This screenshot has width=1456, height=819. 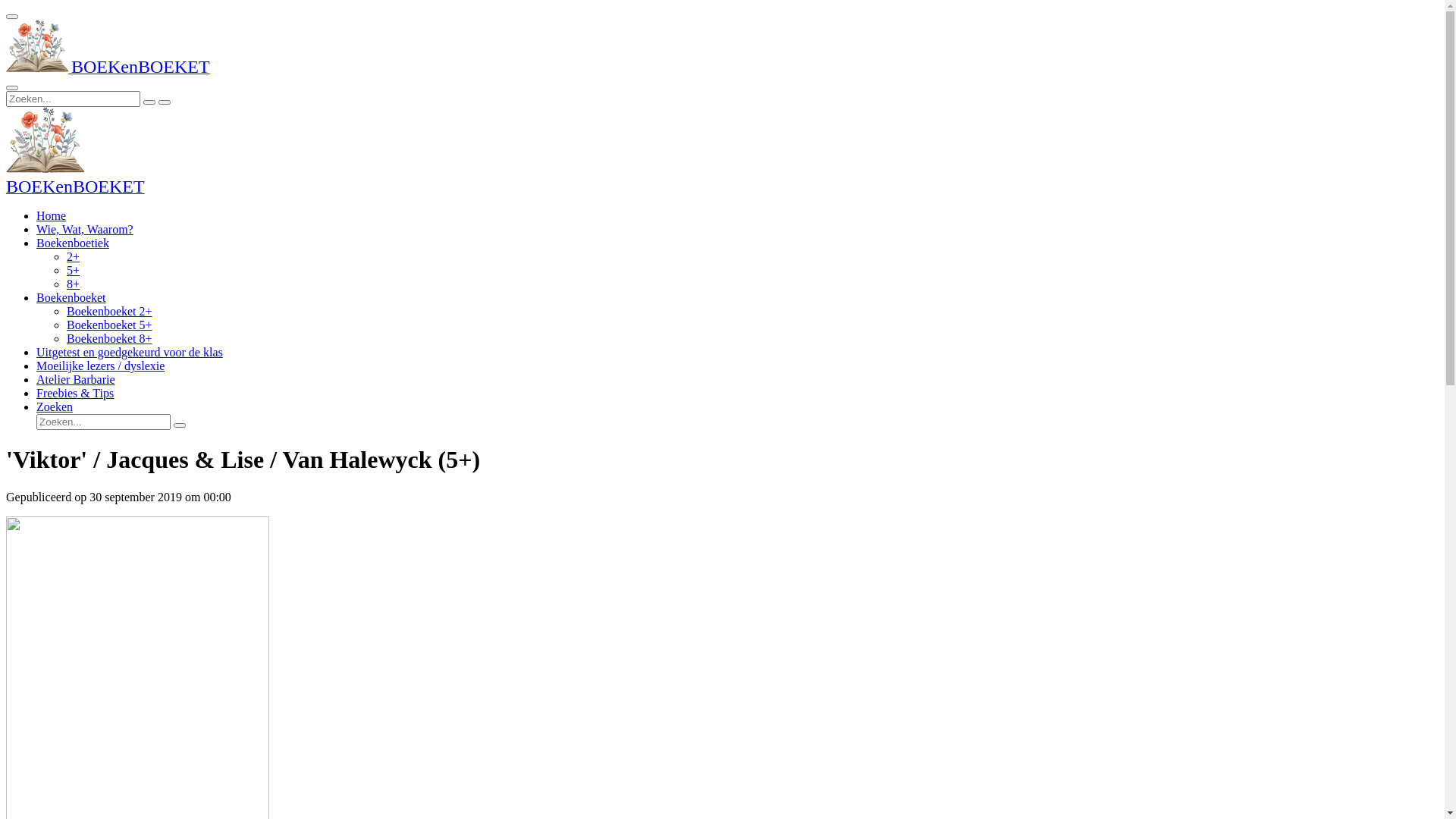 I want to click on 'Boekenboeket 5+', so click(x=108, y=324).